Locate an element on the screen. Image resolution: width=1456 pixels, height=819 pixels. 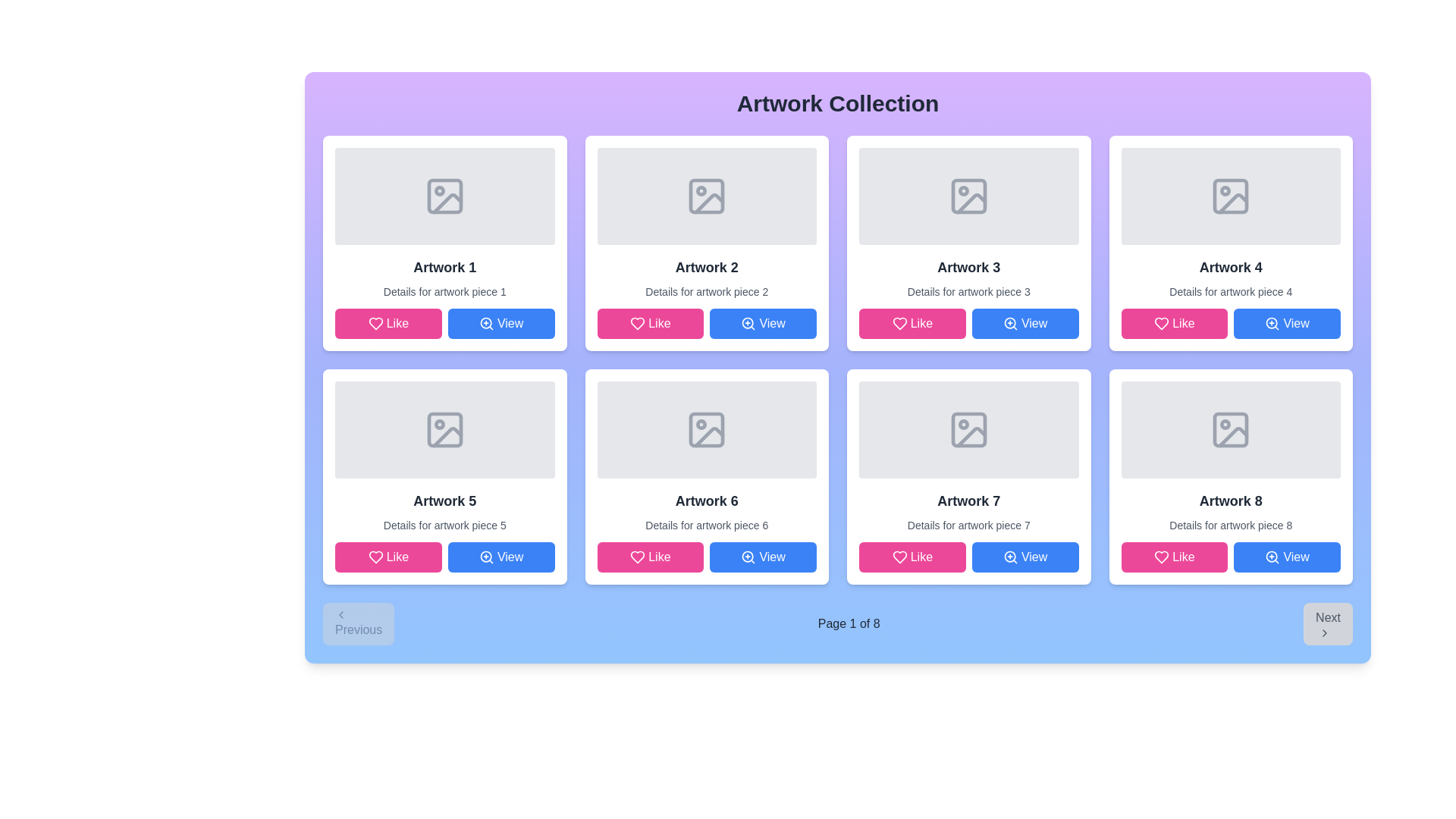
the gray image outline icon with a circular element and an intersecting line, located in the 'Artwork 8' card in the bottom-right corner of the grid layout is located at coordinates (1231, 430).